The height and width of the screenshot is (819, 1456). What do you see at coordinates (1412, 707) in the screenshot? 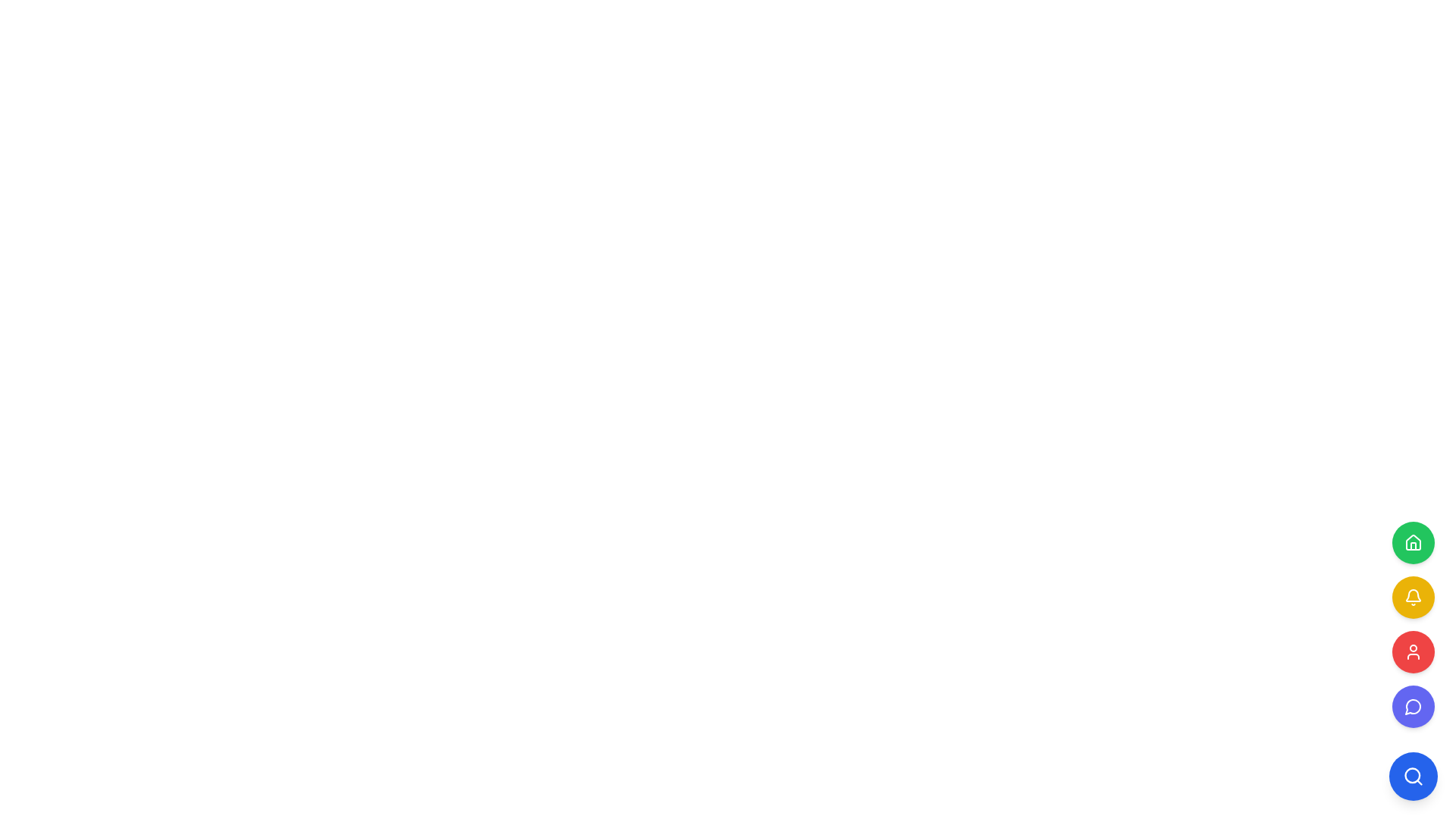
I see `the messaging icon button located fourth from the top in a vertical stack of five circular icons, aligned along the right edge of the interface` at bounding box center [1412, 707].